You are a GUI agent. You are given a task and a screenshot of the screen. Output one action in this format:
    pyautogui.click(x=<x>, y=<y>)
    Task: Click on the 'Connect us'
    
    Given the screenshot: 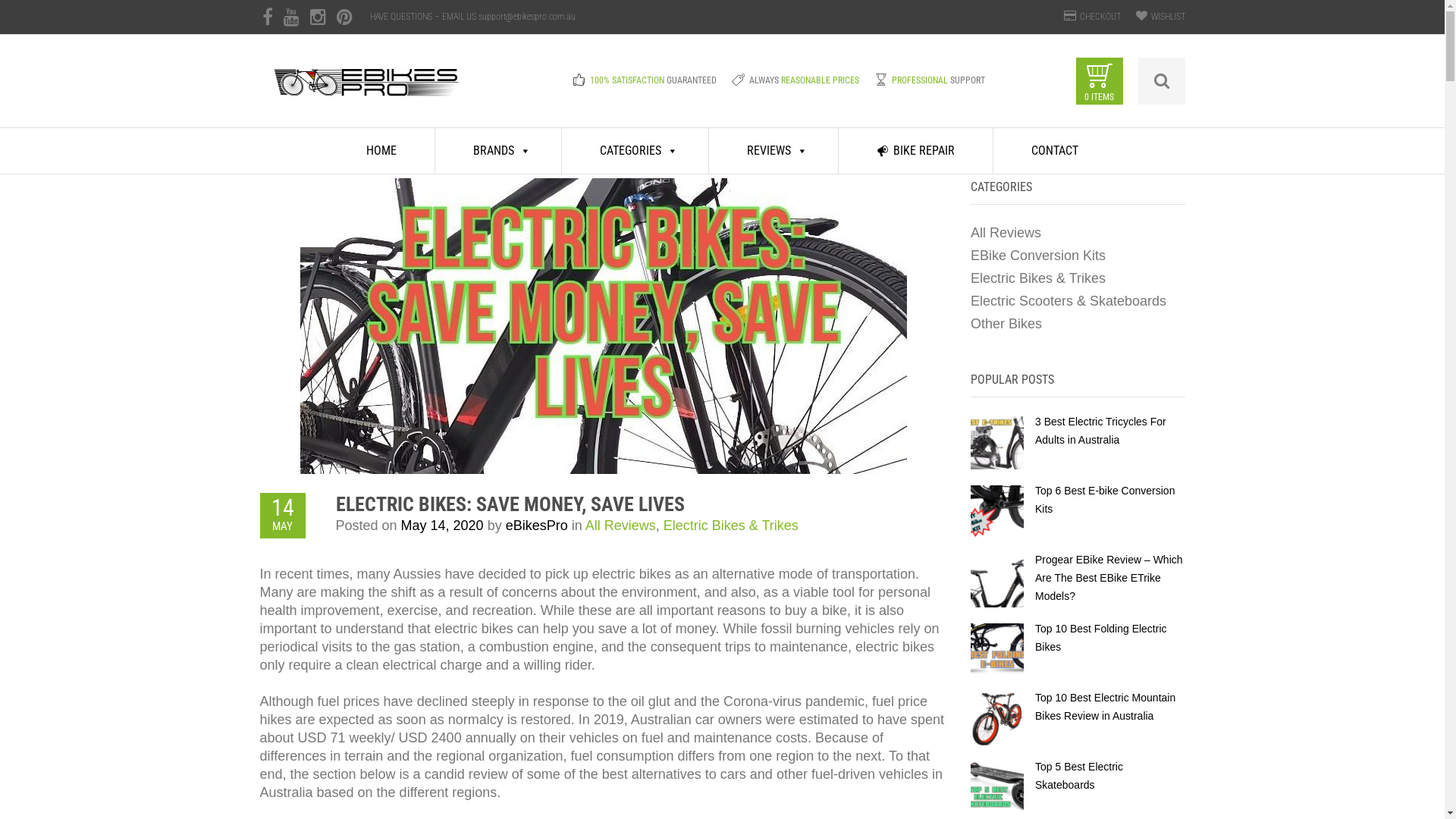 What is the action you would take?
    pyautogui.click(x=266, y=17)
    